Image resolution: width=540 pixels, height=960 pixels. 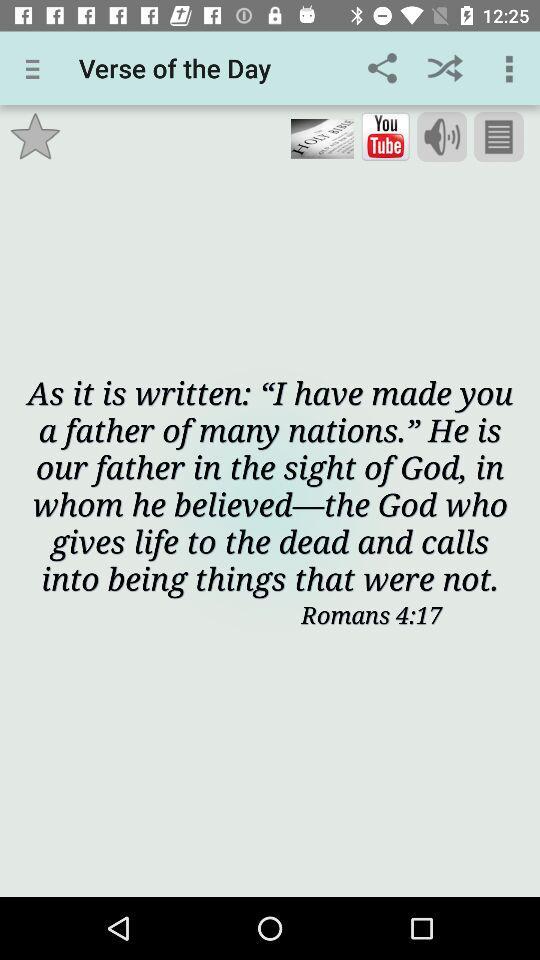 I want to click on the icon to the left of the verse of the, so click(x=36, y=68).